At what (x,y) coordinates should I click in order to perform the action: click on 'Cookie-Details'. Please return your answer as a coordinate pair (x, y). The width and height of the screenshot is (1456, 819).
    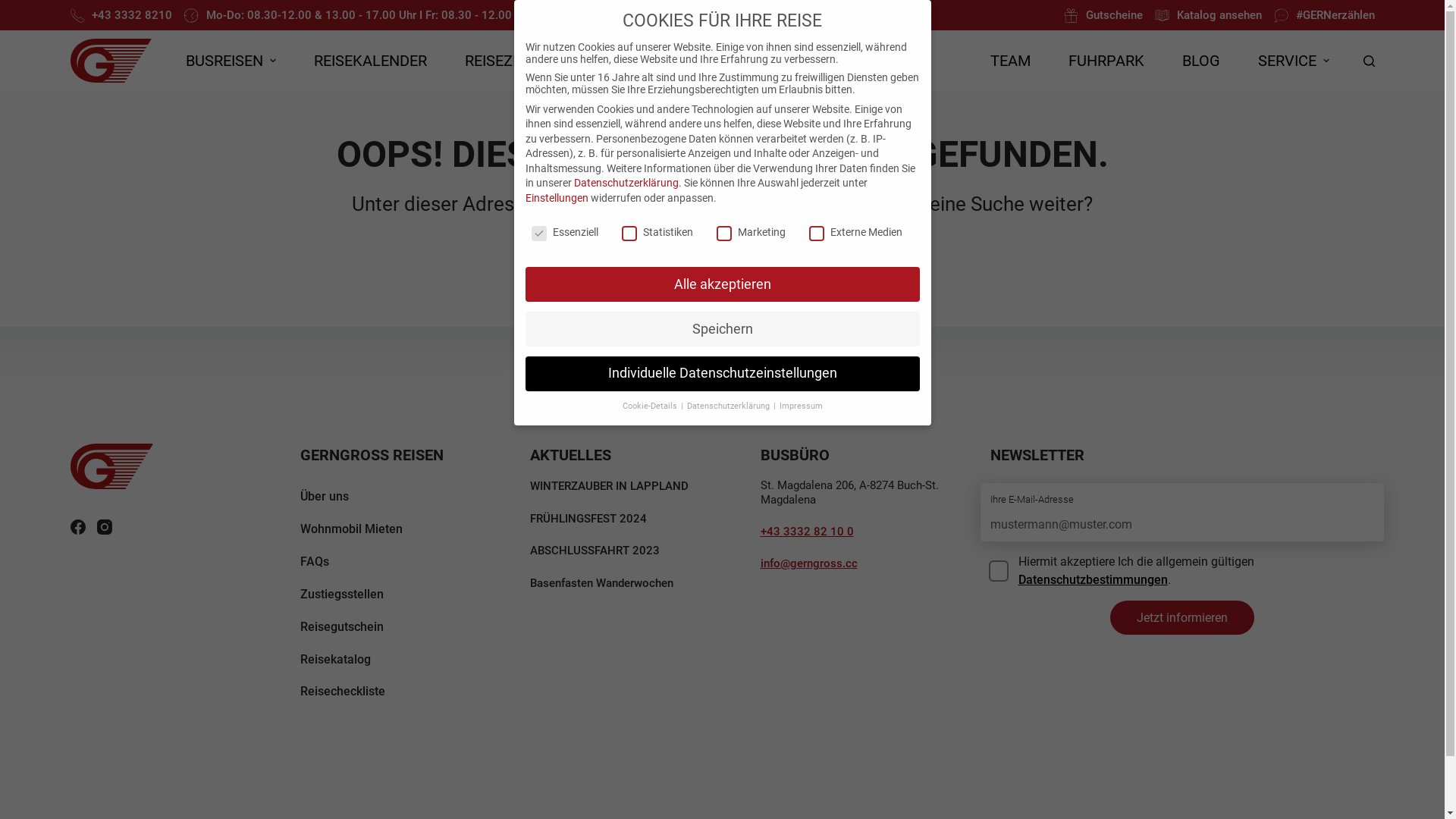
    Looking at the image, I should click on (650, 405).